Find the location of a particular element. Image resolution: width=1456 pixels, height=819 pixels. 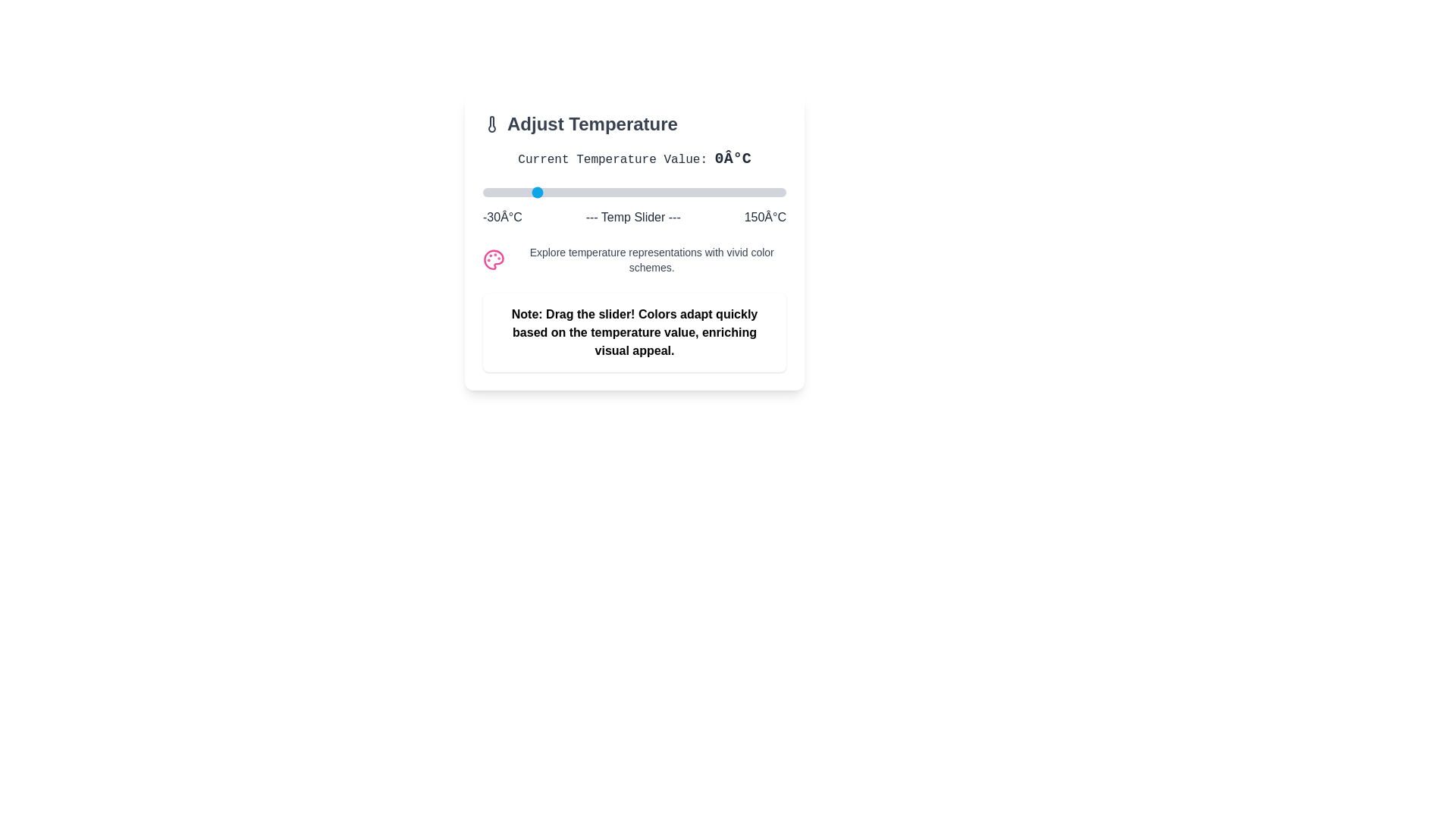

the temperature slider to set the temperature to 32°C is located at coordinates (586, 192).